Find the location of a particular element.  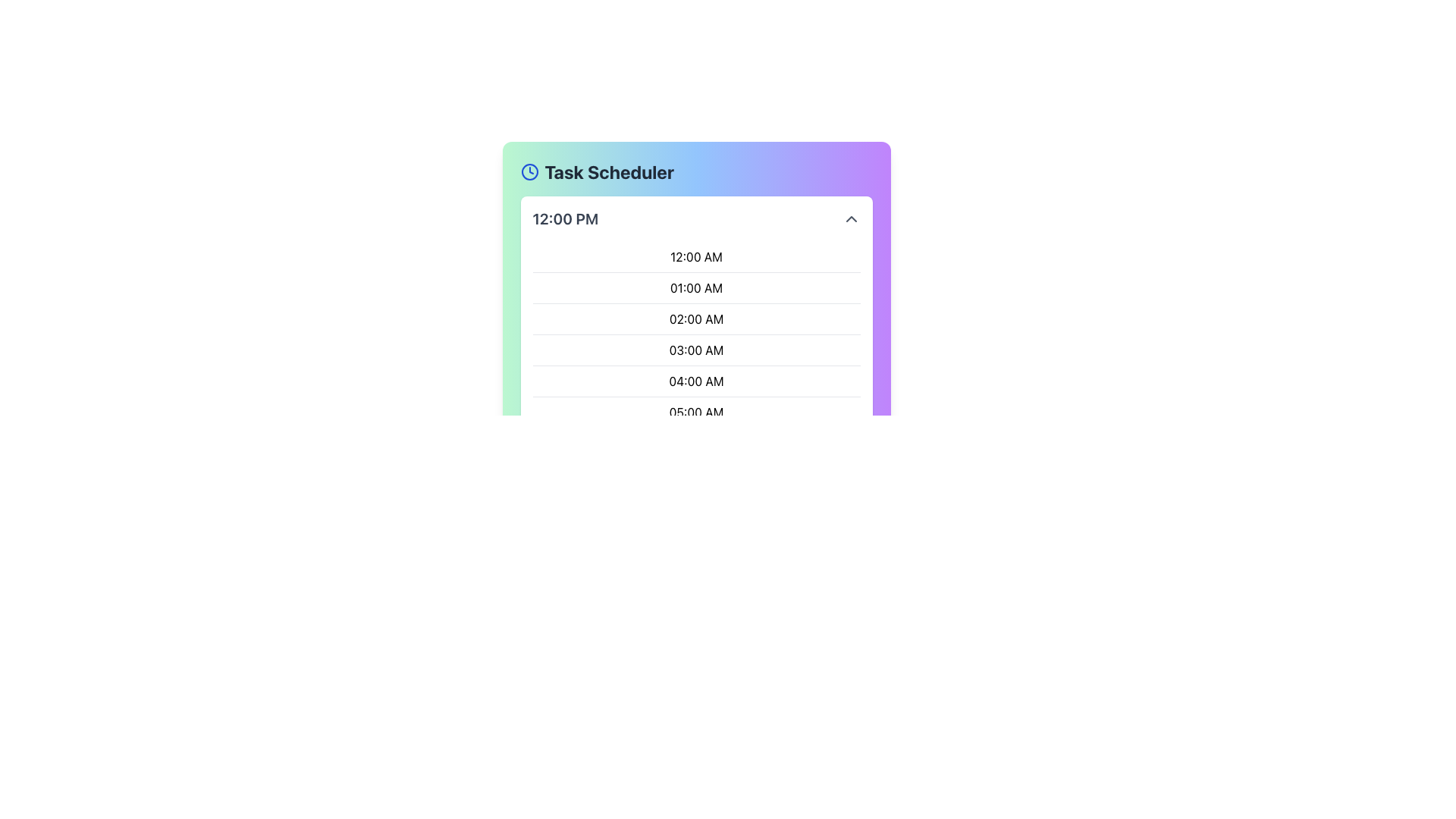

the static time display label showing '04:00 AM', which is the fifth item in the vertical list of time entries is located at coordinates (695, 380).